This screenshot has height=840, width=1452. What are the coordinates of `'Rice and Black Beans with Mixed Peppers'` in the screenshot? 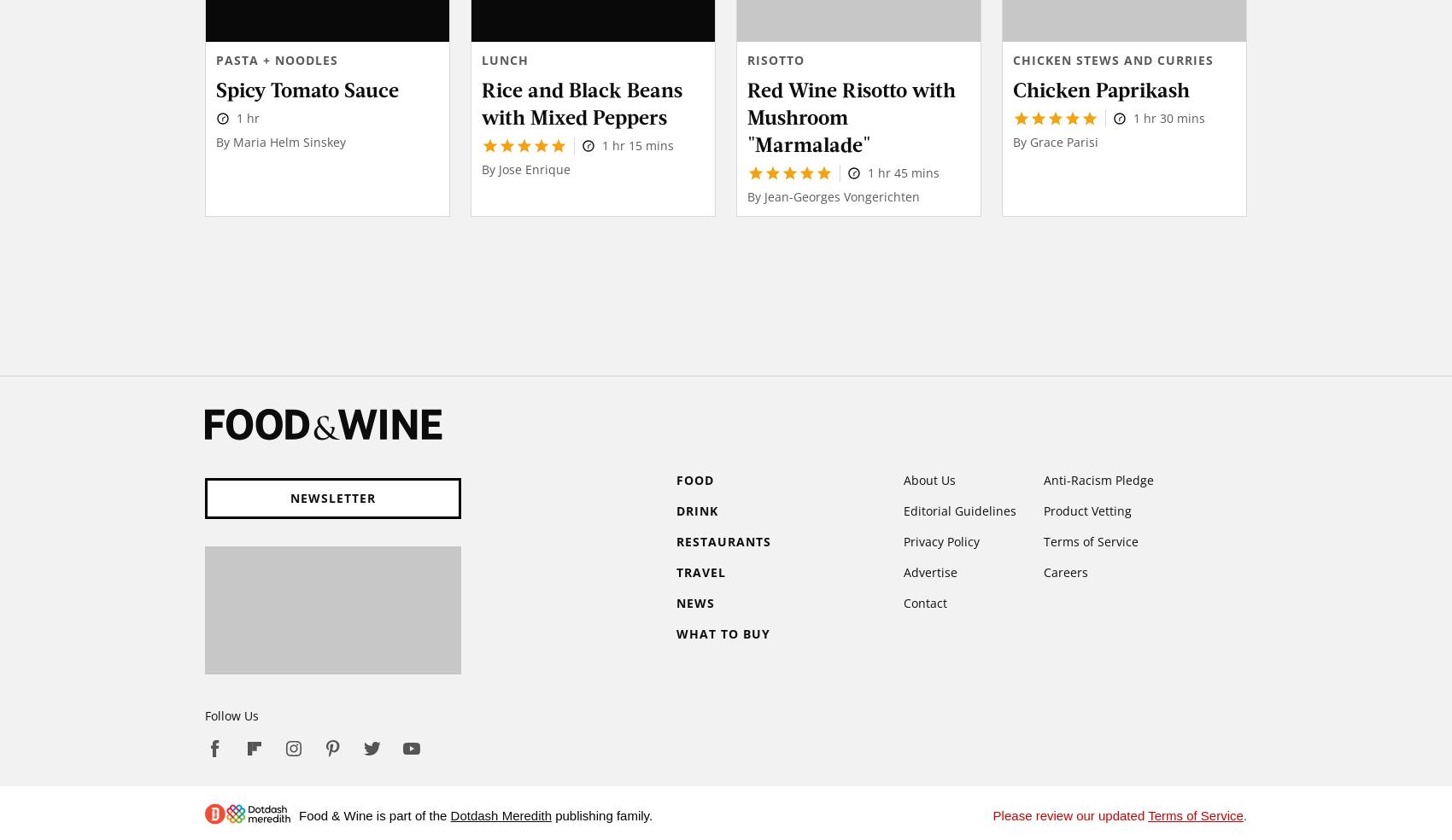 It's located at (582, 101).